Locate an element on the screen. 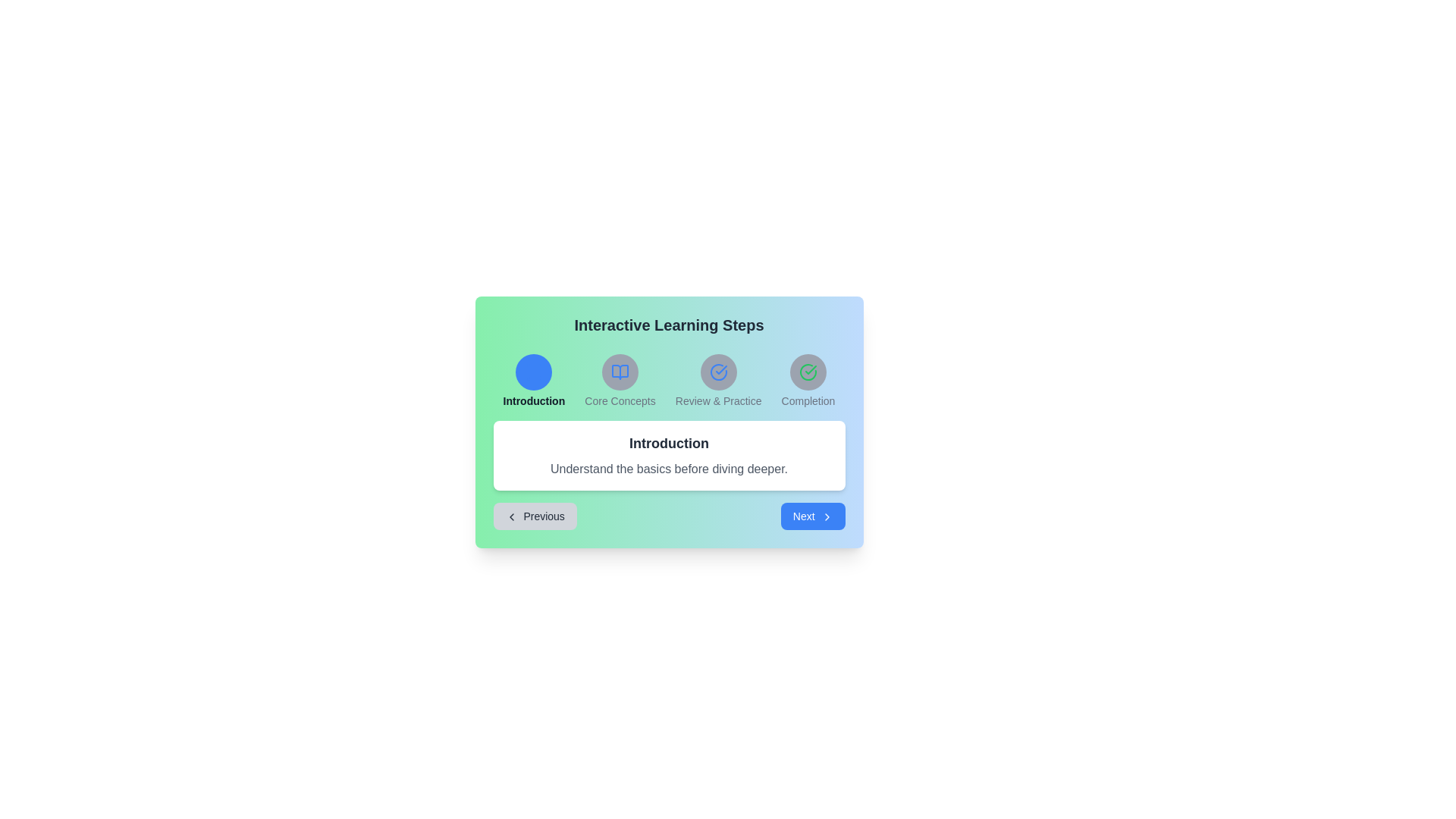 The width and height of the screenshot is (1456, 819). the circular button with a gray background and a green checkmark icon, which indicates completion, located in the top section of the interface as the fourth element in a row of similar buttons is located at coordinates (807, 372).